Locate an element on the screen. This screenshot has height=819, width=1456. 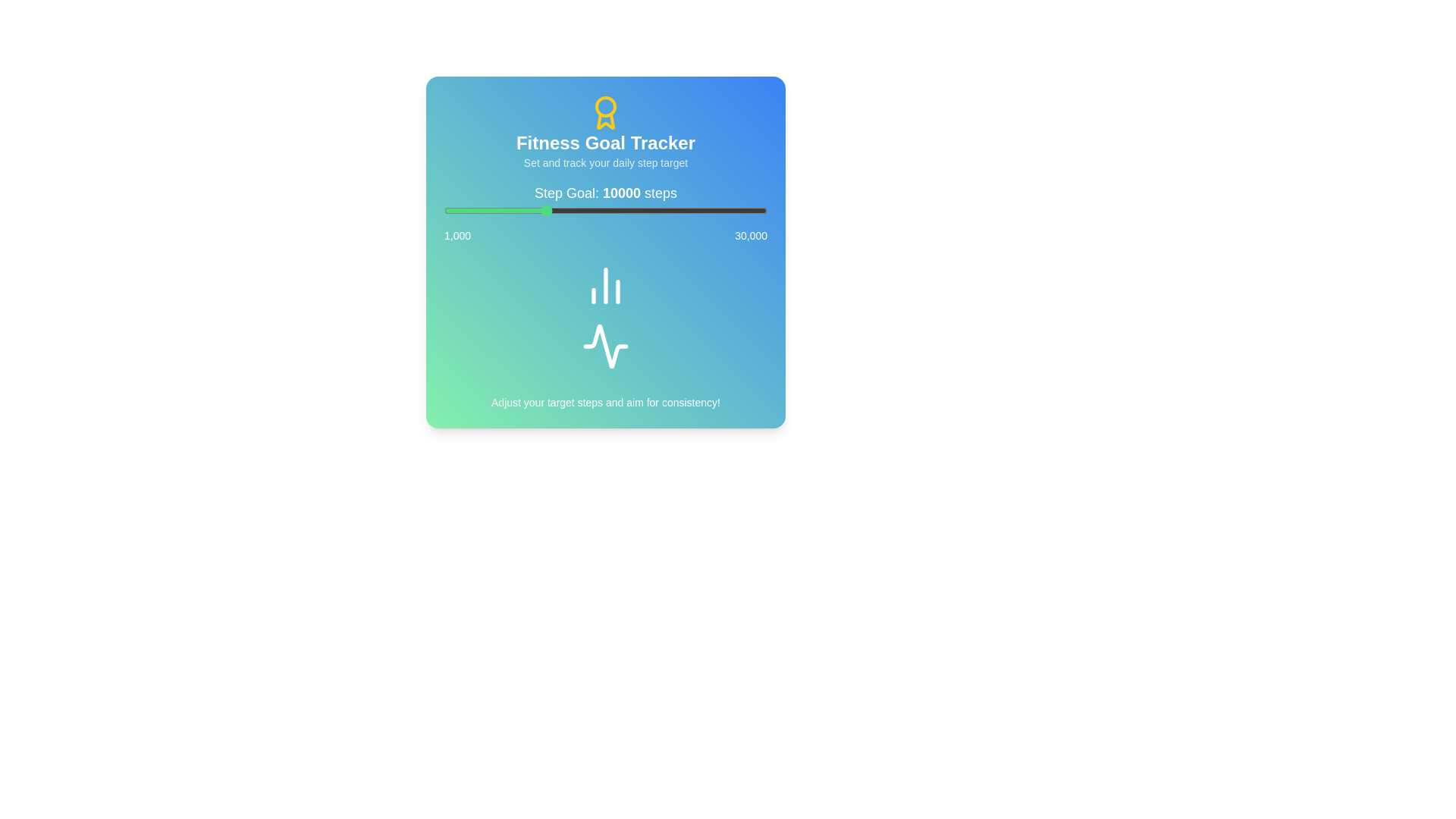
the step goal to 29057 steps using the slider is located at coordinates (757, 210).